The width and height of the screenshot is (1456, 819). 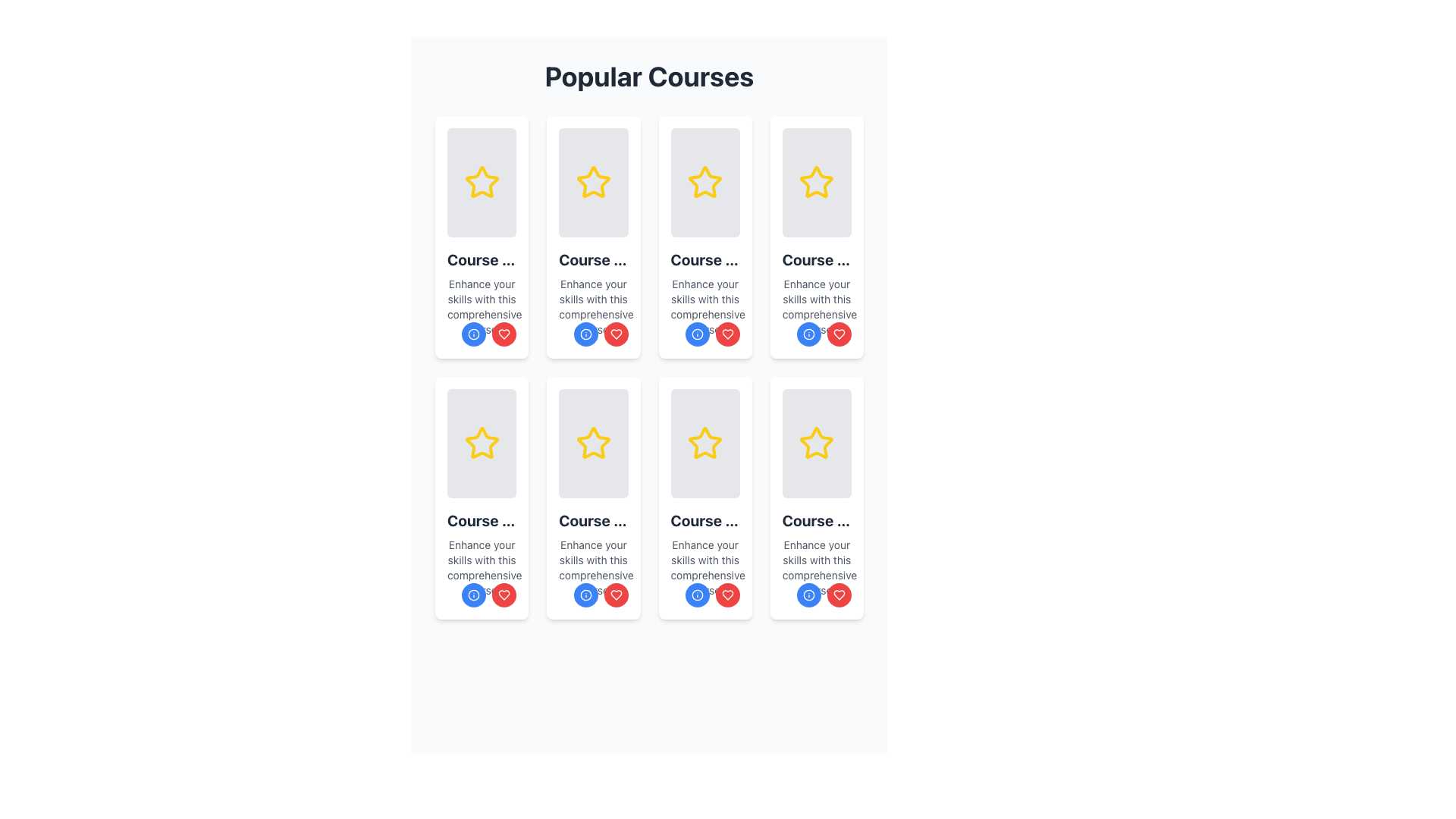 What do you see at coordinates (592, 567) in the screenshot?
I see `informational text snippet that reads 'Enhance your skills with this comprehensive course.' located below the title 'Course Title 6' in the sixth course card description` at bounding box center [592, 567].